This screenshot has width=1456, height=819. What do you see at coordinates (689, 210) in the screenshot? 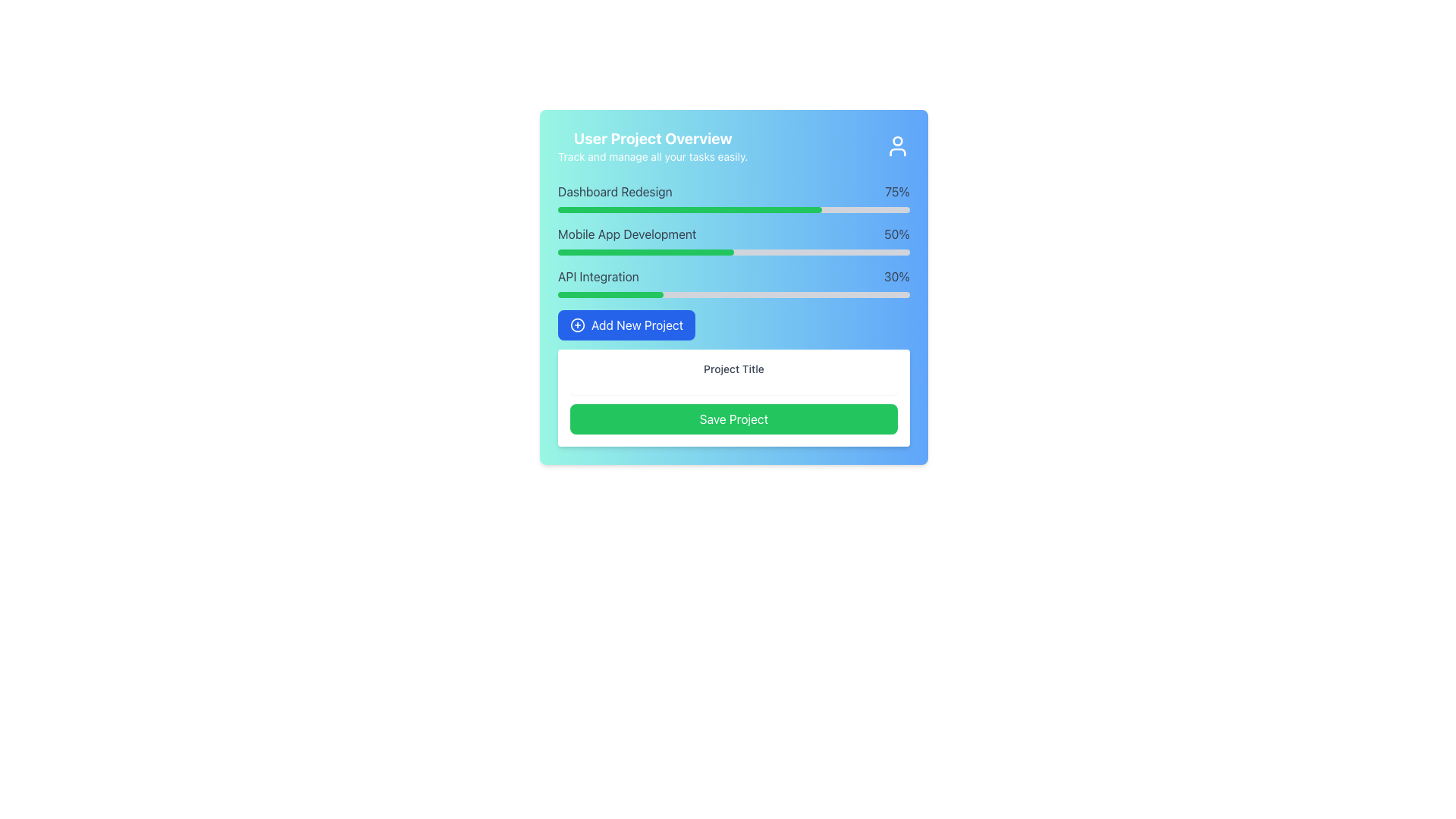
I see `green progress bar segment associated with the 'Dashboard Redesign' label to view its progress details` at bounding box center [689, 210].